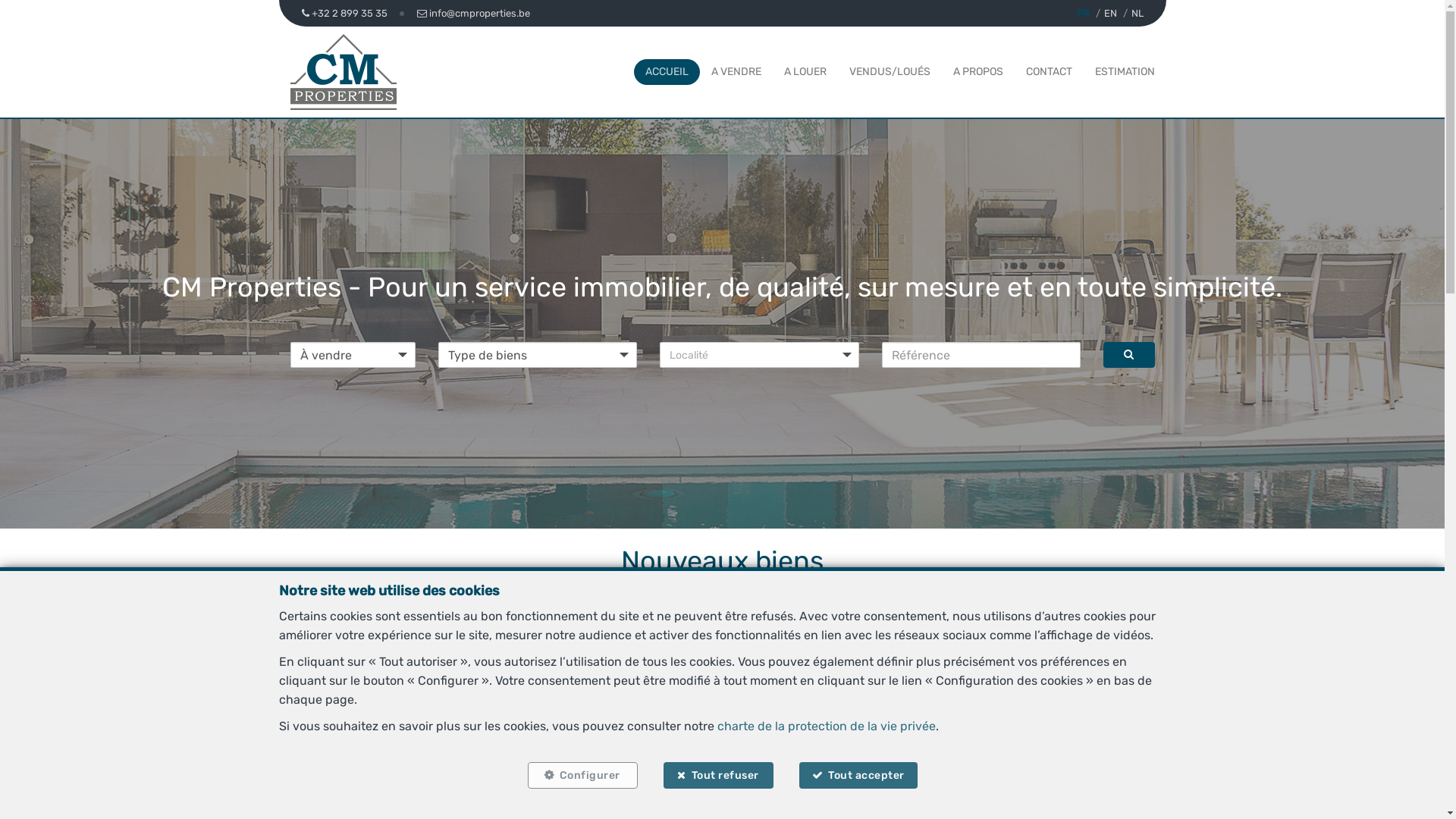 Image resolution: width=1456 pixels, height=819 pixels. What do you see at coordinates (472, 13) in the screenshot?
I see `'info@cmproperties.be'` at bounding box center [472, 13].